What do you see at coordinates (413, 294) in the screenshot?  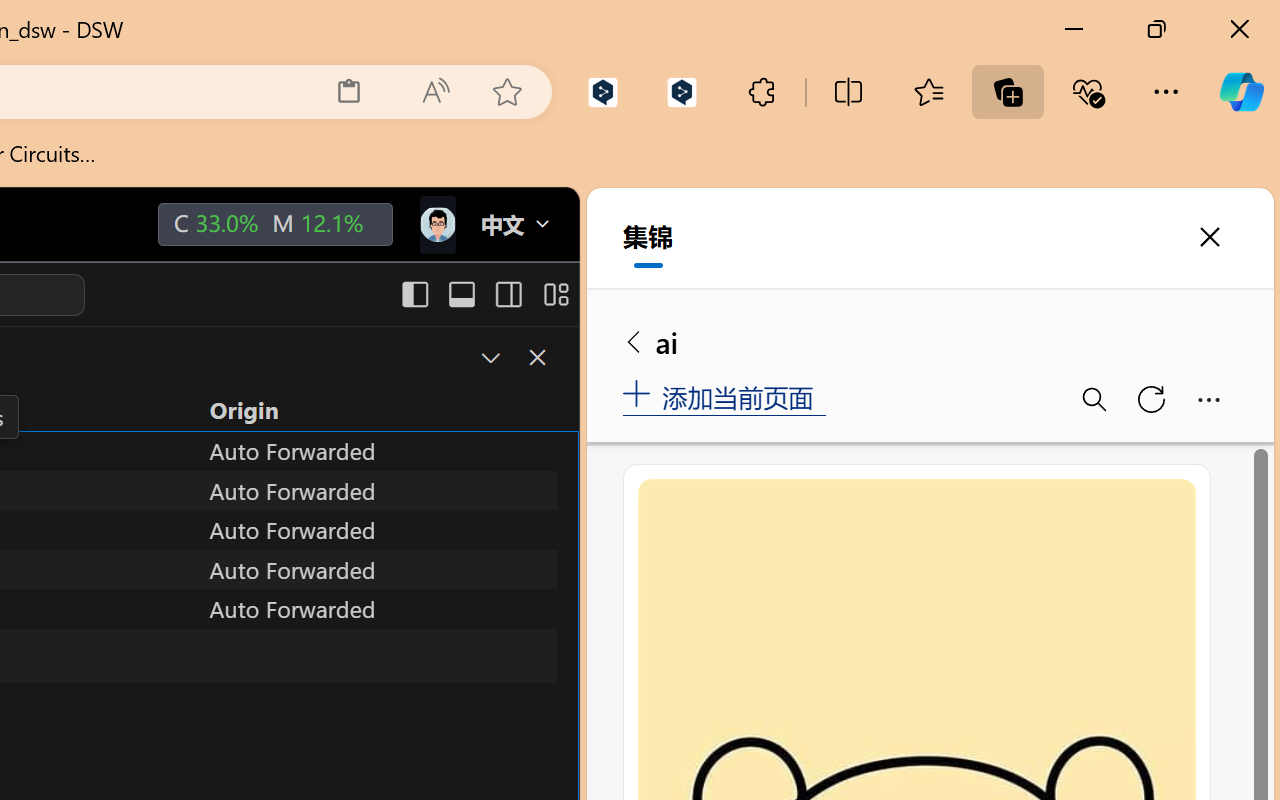 I see `'Toggle Primary Side Bar (Ctrl+B)'` at bounding box center [413, 294].